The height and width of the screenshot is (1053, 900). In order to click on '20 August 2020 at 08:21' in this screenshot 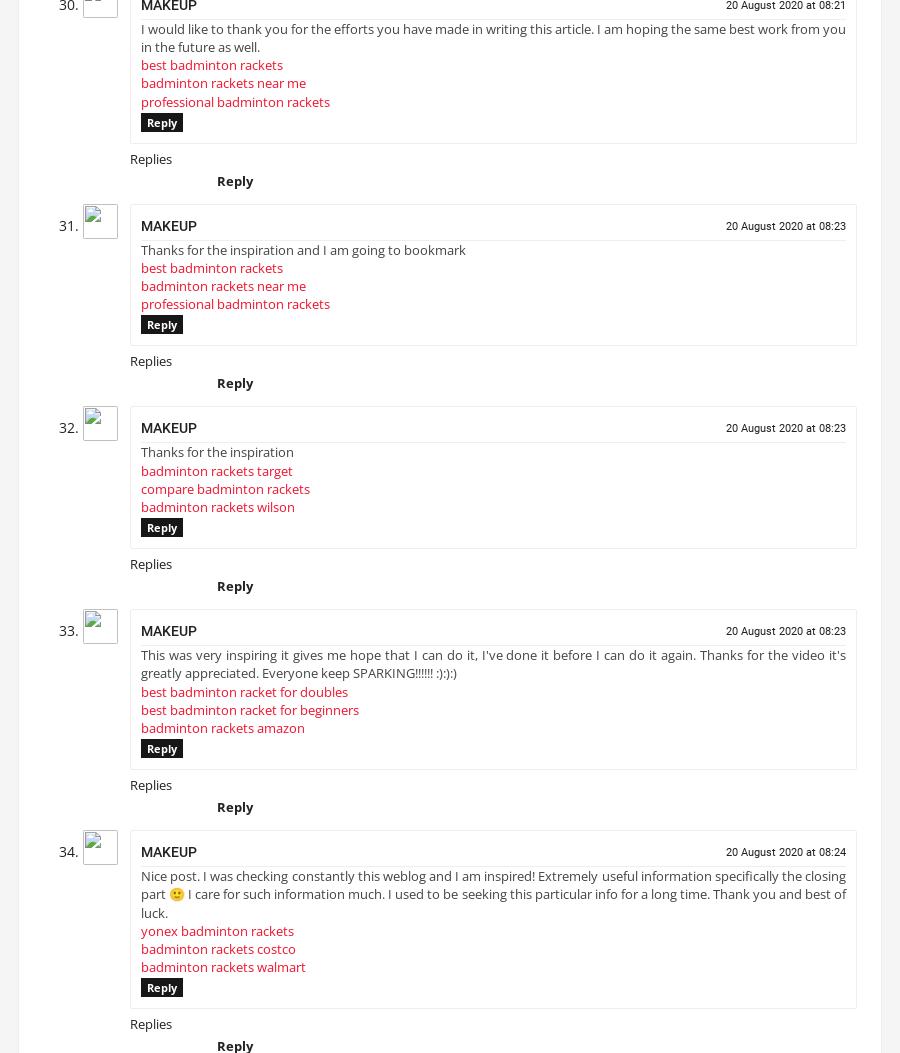, I will do `click(784, 12)`.